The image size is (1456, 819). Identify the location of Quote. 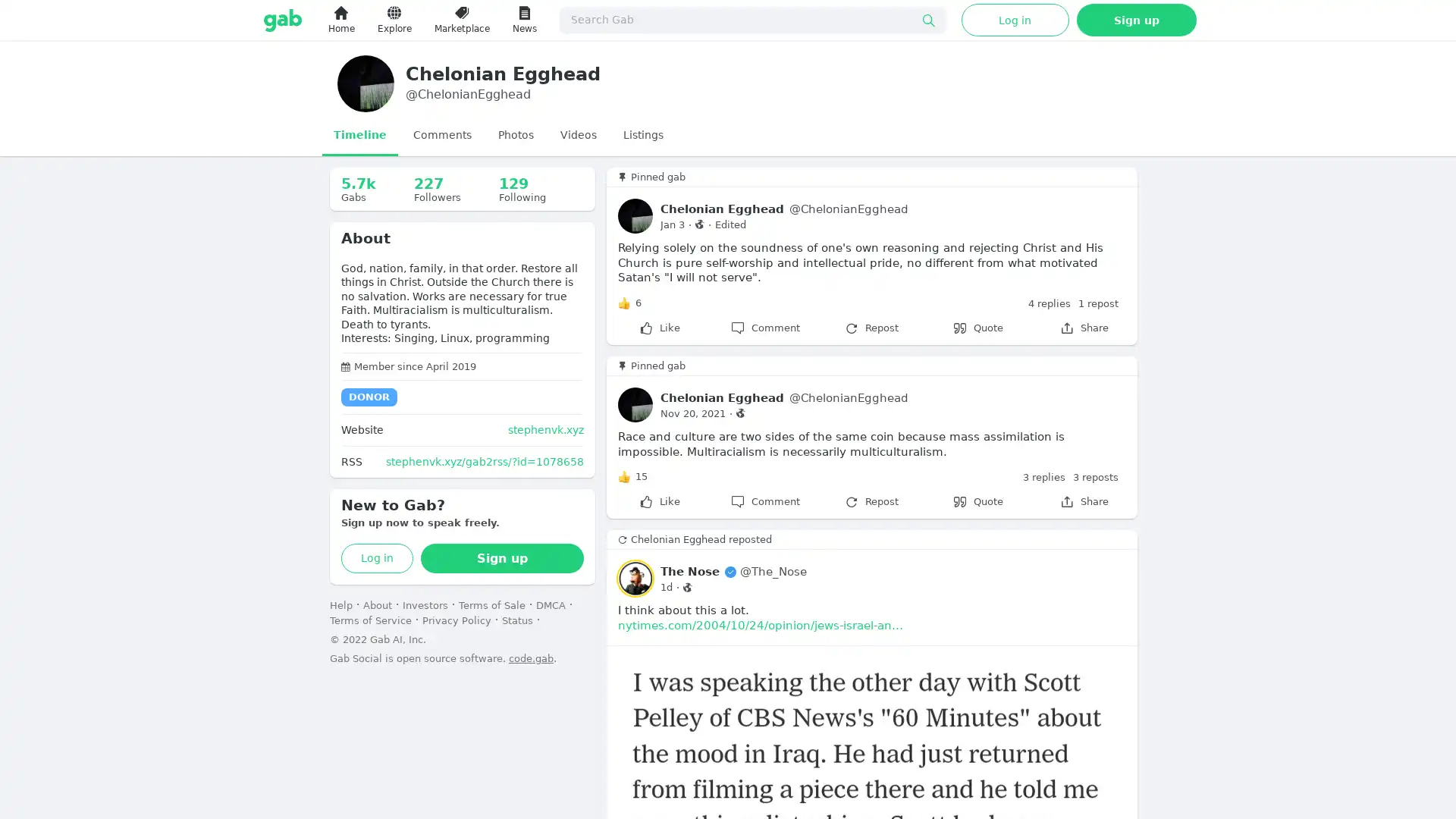
(978, 327).